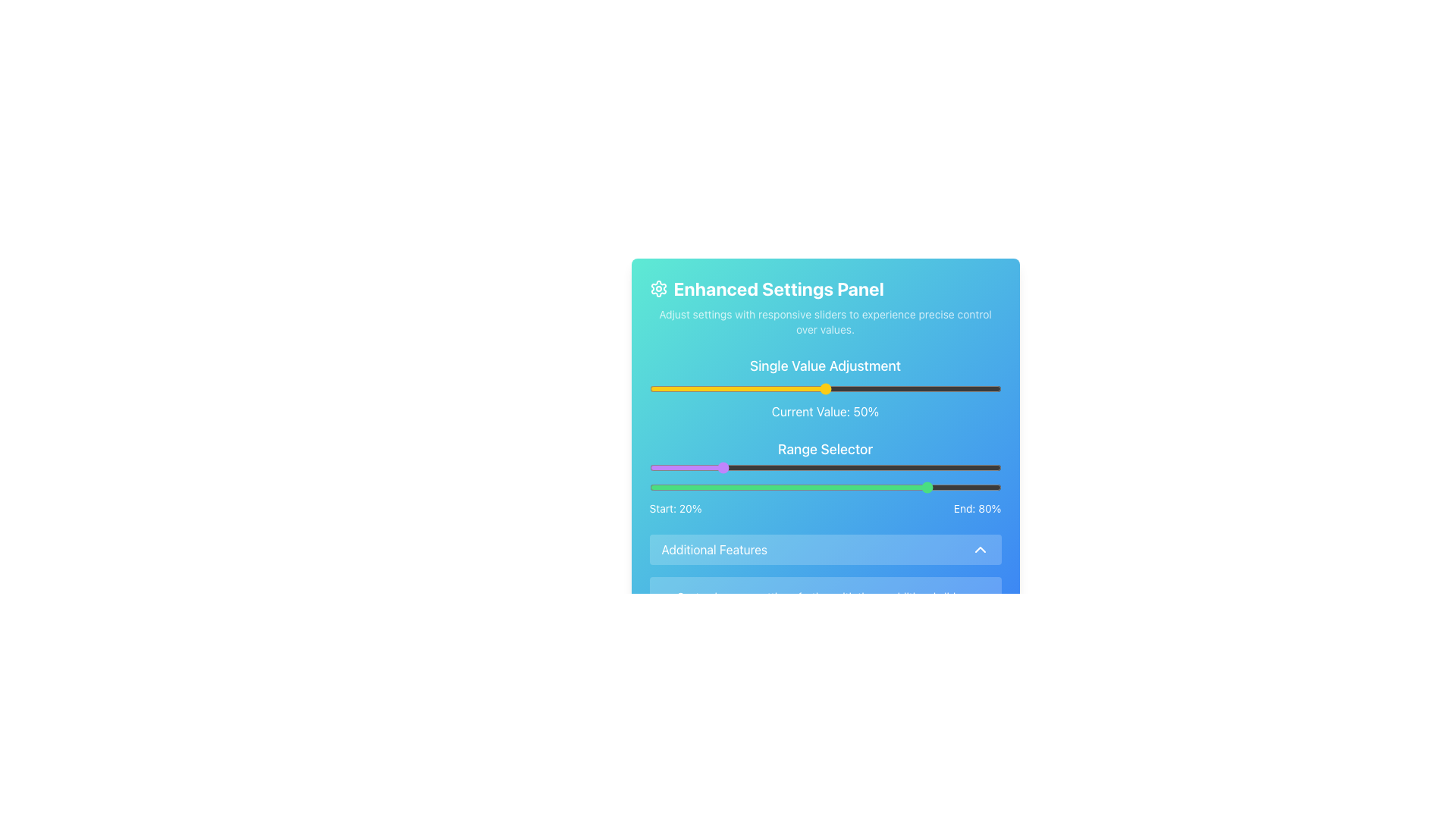 The image size is (1456, 819). Describe the element at coordinates (874, 467) in the screenshot. I see `the range selector sliders` at that location.